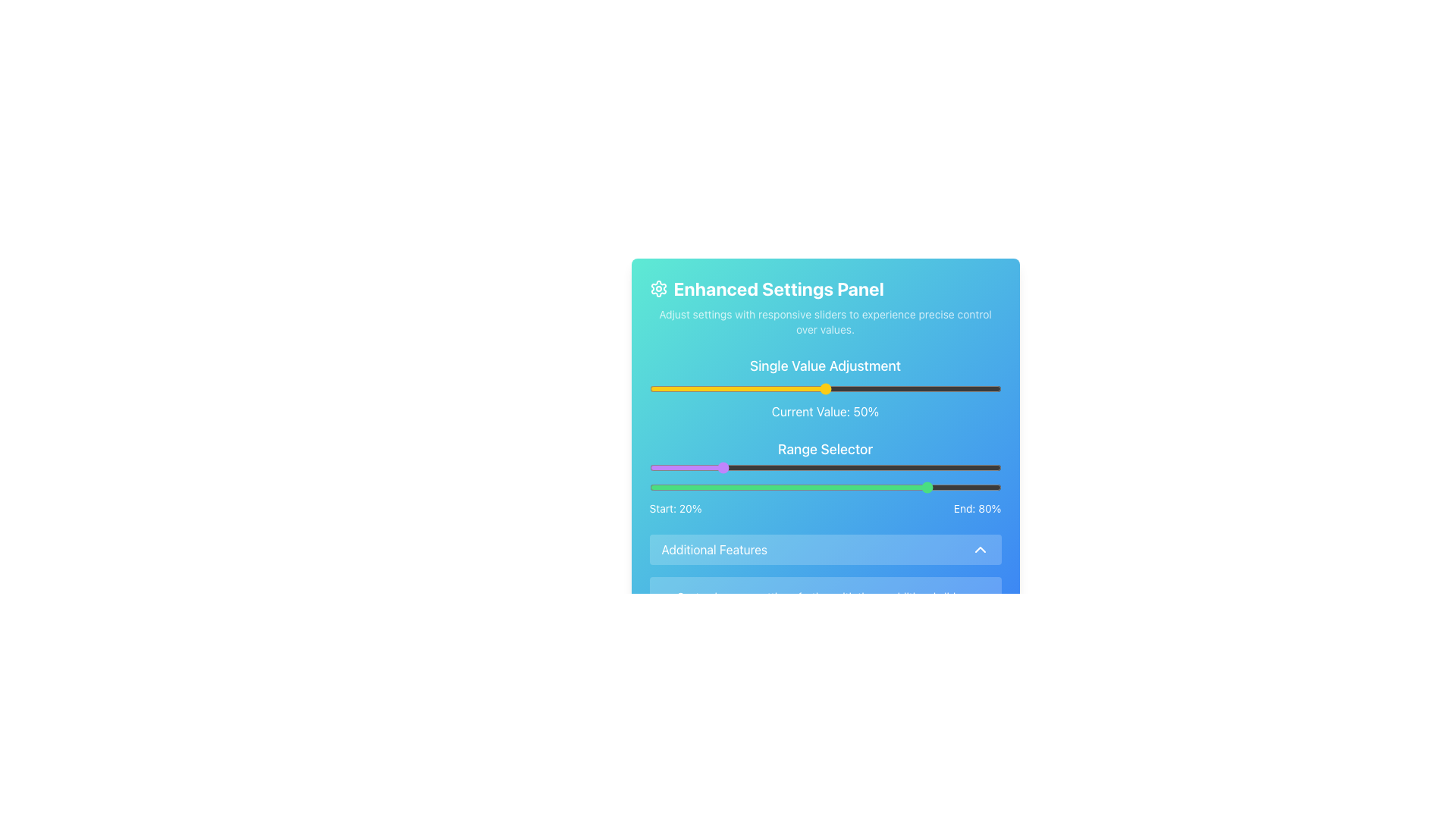 The image size is (1456, 819). Describe the element at coordinates (874, 467) in the screenshot. I see `the range selector sliders` at that location.